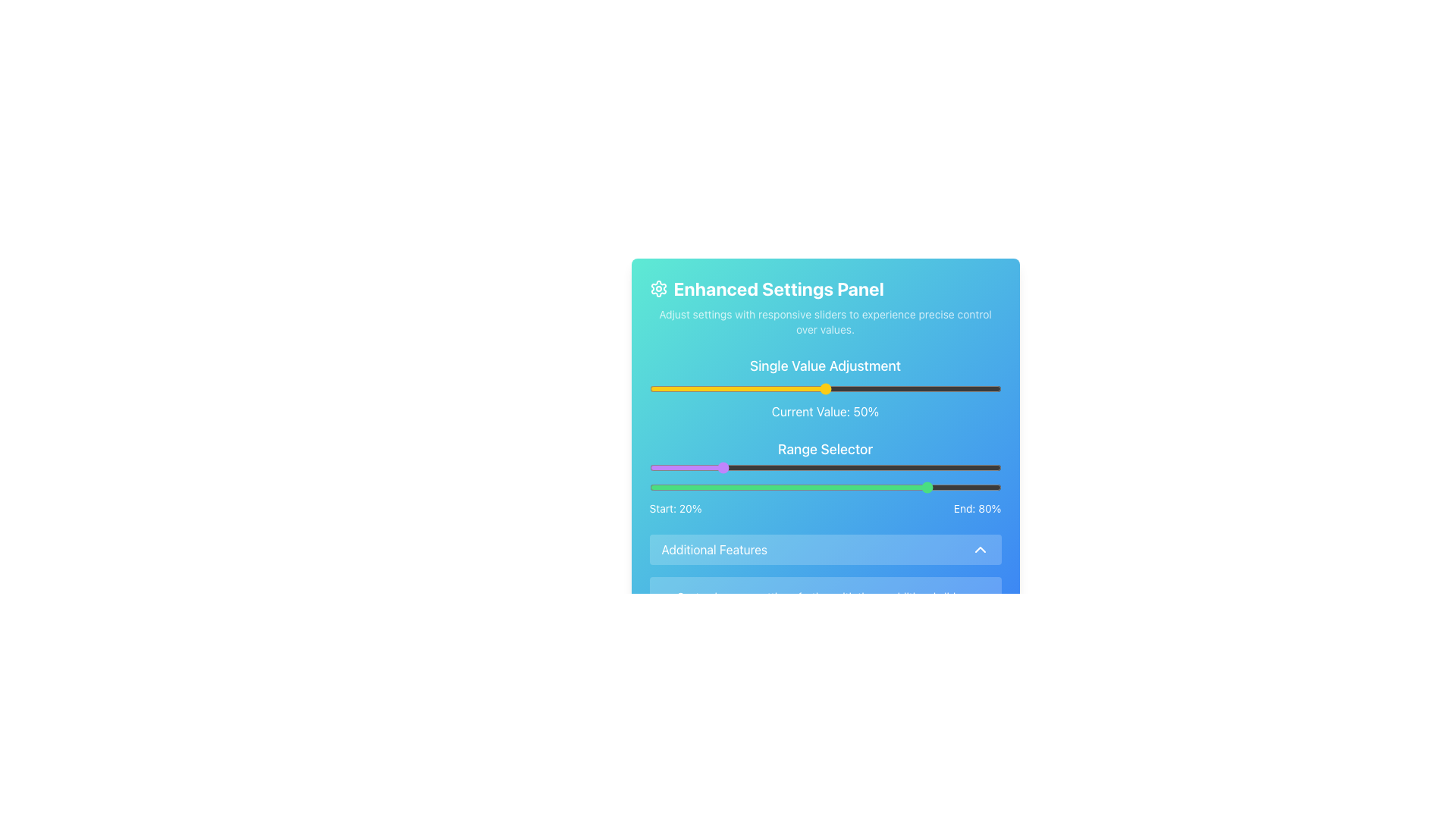 The image size is (1456, 819). Describe the element at coordinates (874, 467) in the screenshot. I see `the range selector sliders` at that location.